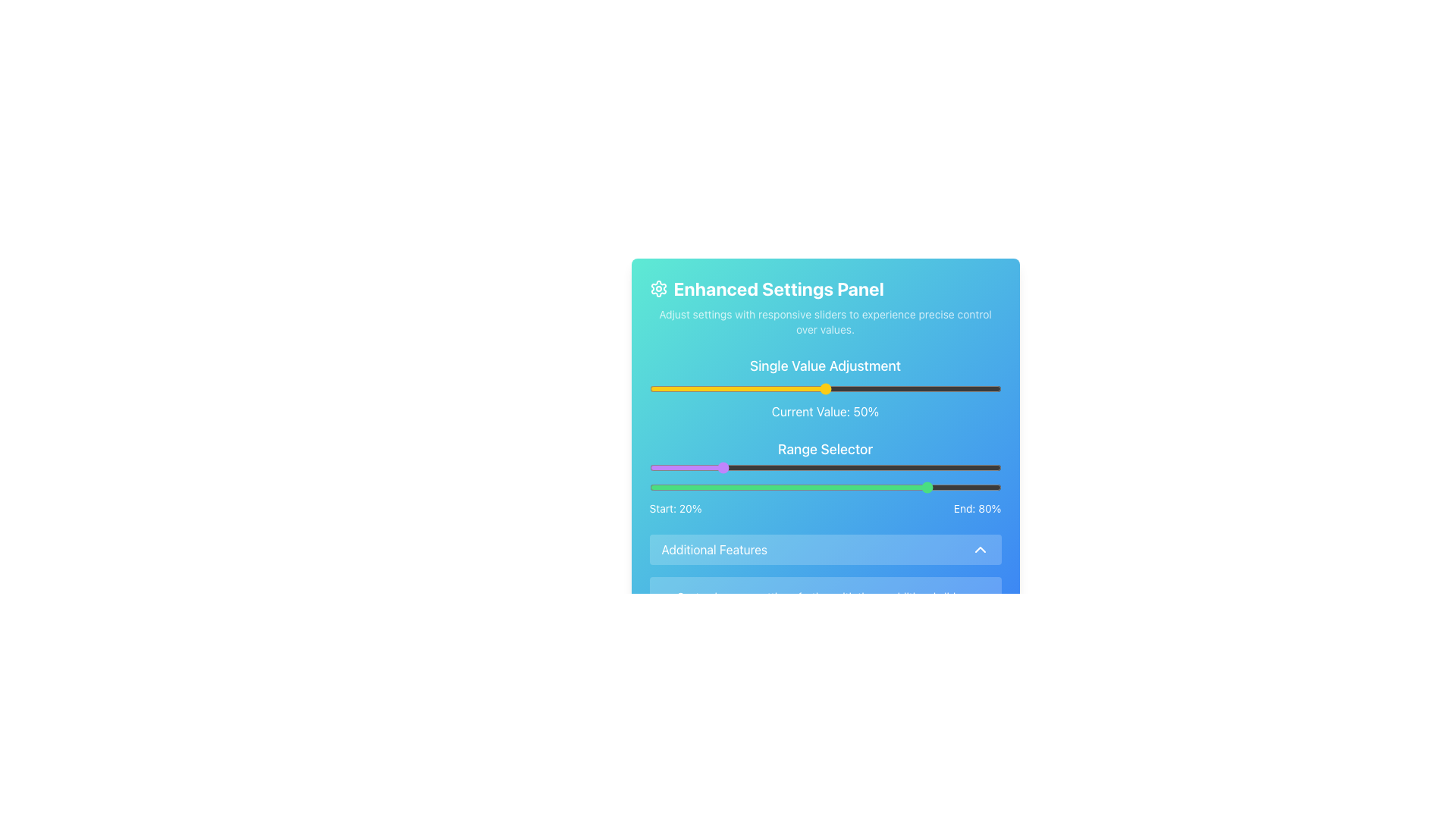 The image size is (1456, 819). Describe the element at coordinates (874, 467) in the screenshot. I see `the range selector sliders` at that location.